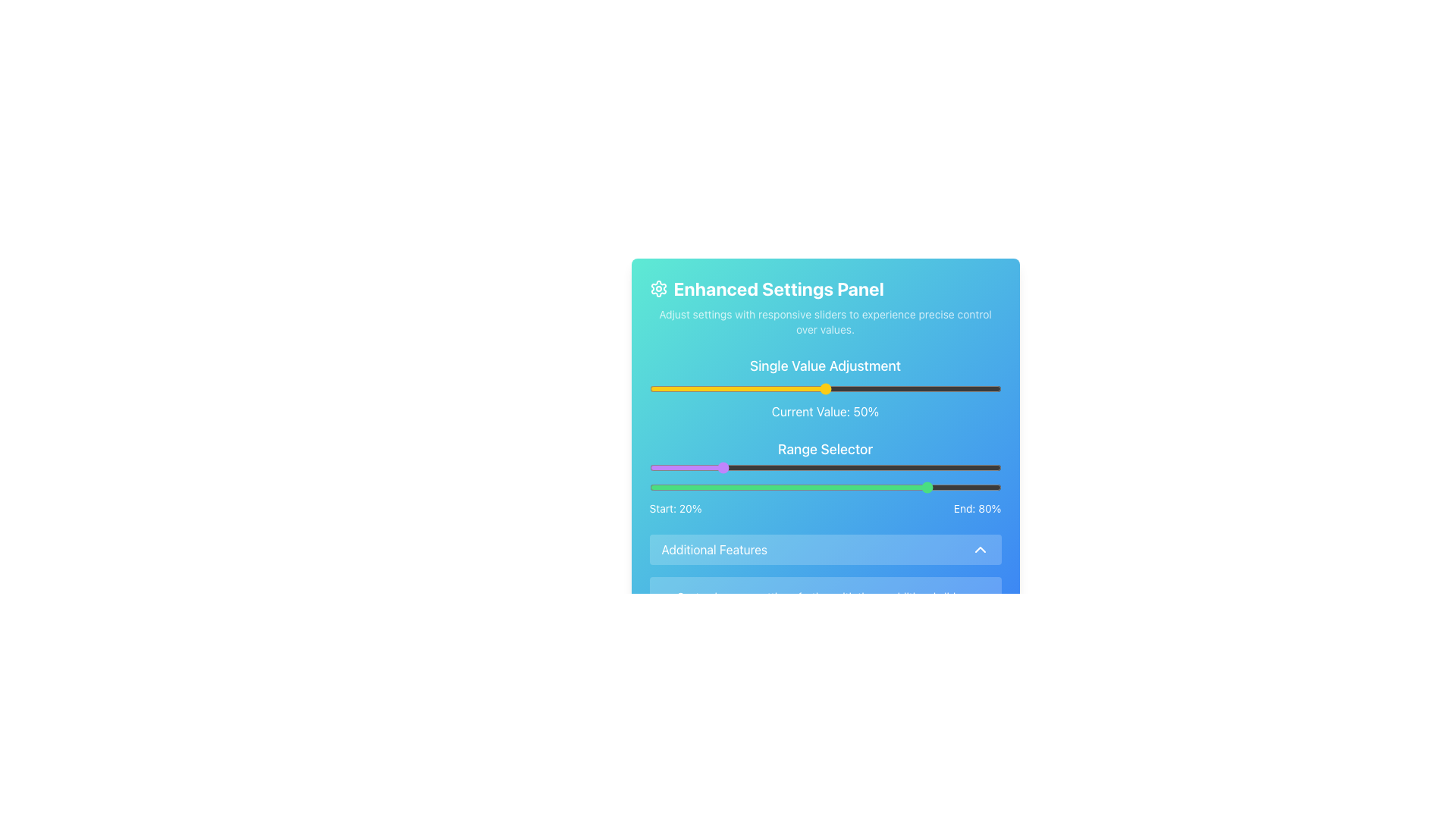 The image size is (1456, 819). Describe the element at coordinates (874, 467) in the screenshot. I see `the range selector sliders` at that location.